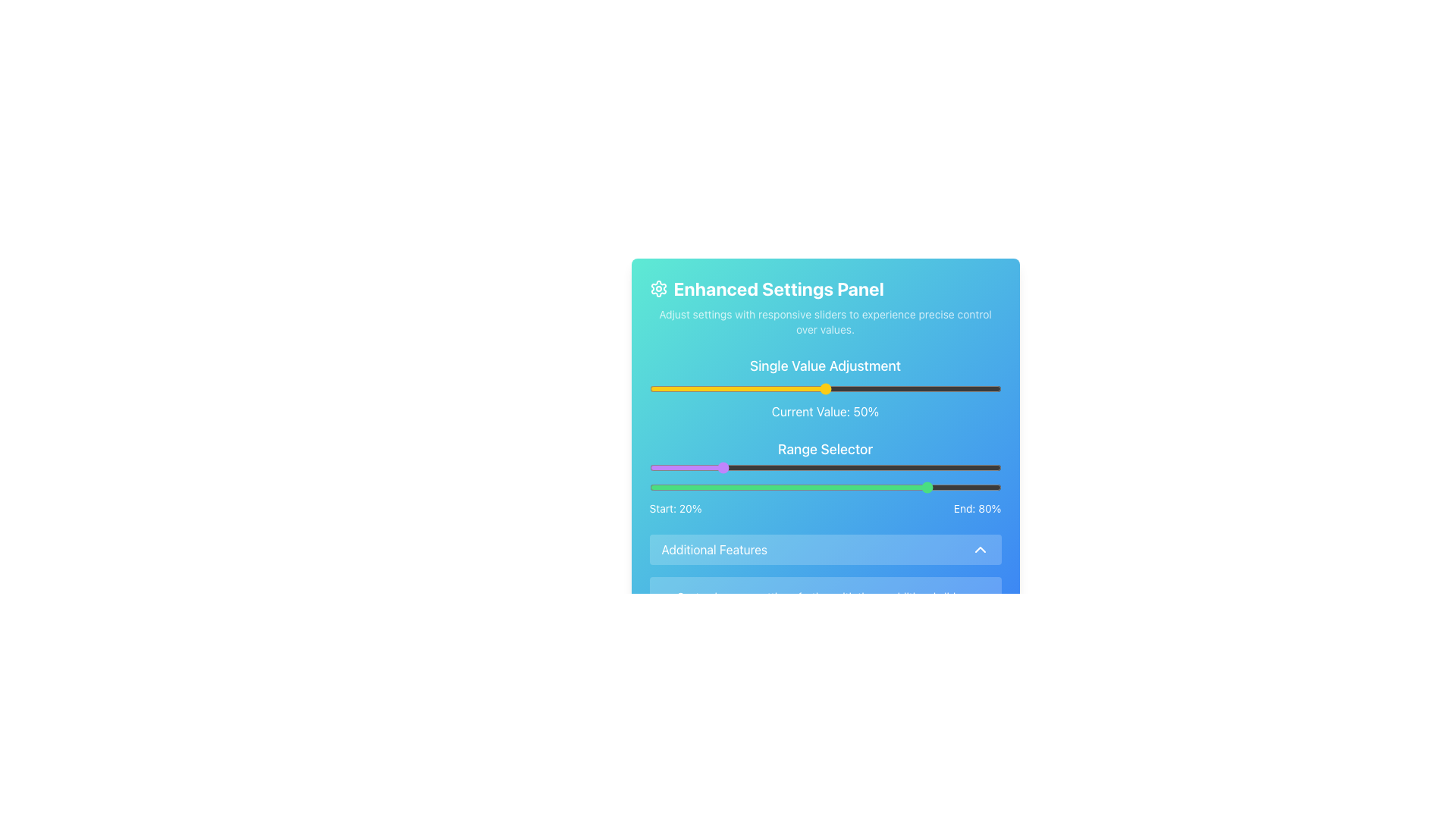 The image size is (1456, 819). Describe the element at coordinates (874, 467) in the screenshot. I see `the range selector sliders` at that location.